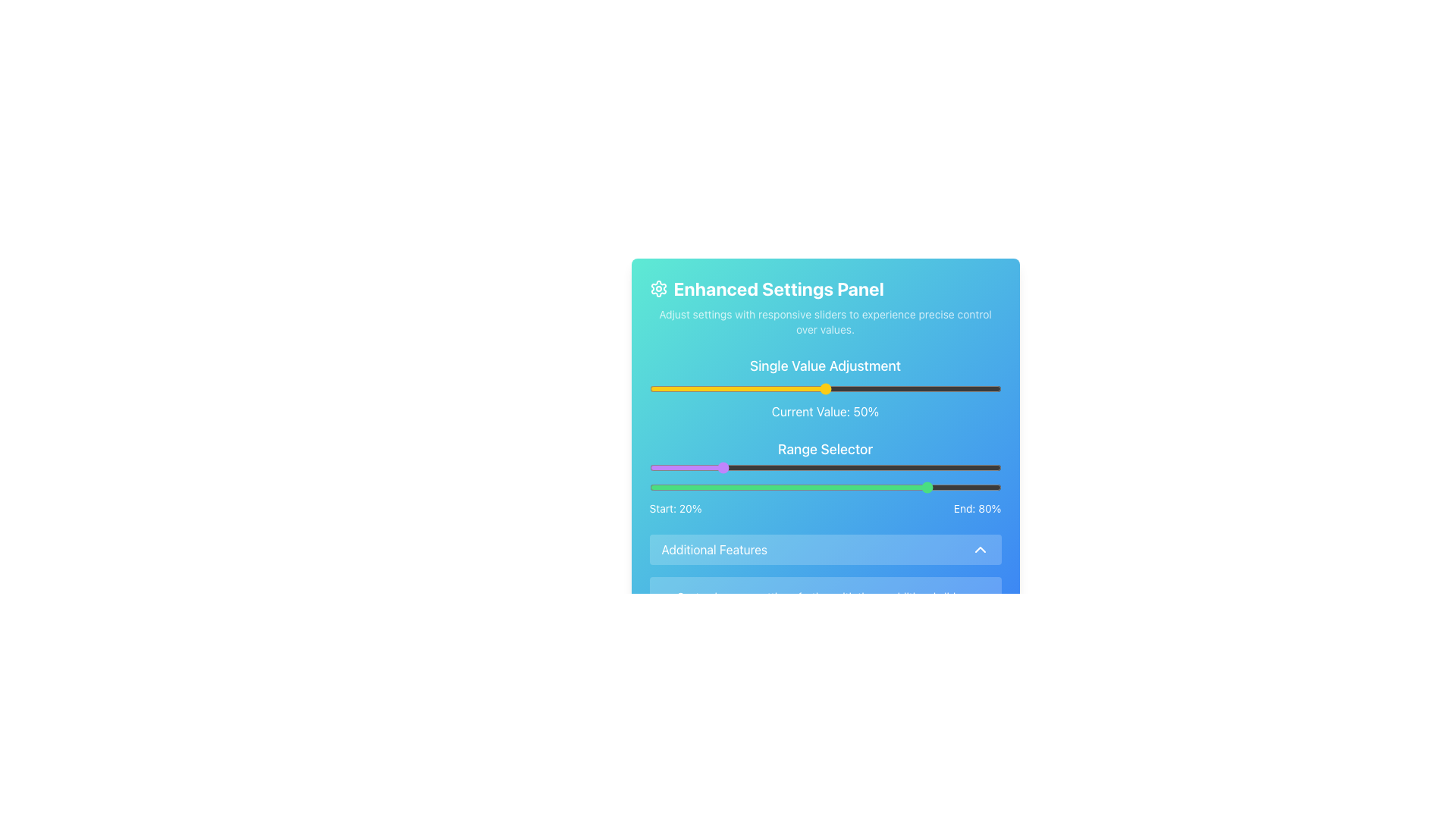 The image size is (1456, 819). Describe the element at coordinates (874, 467) in the screenshot. I see `the range selector sliders` at that location.